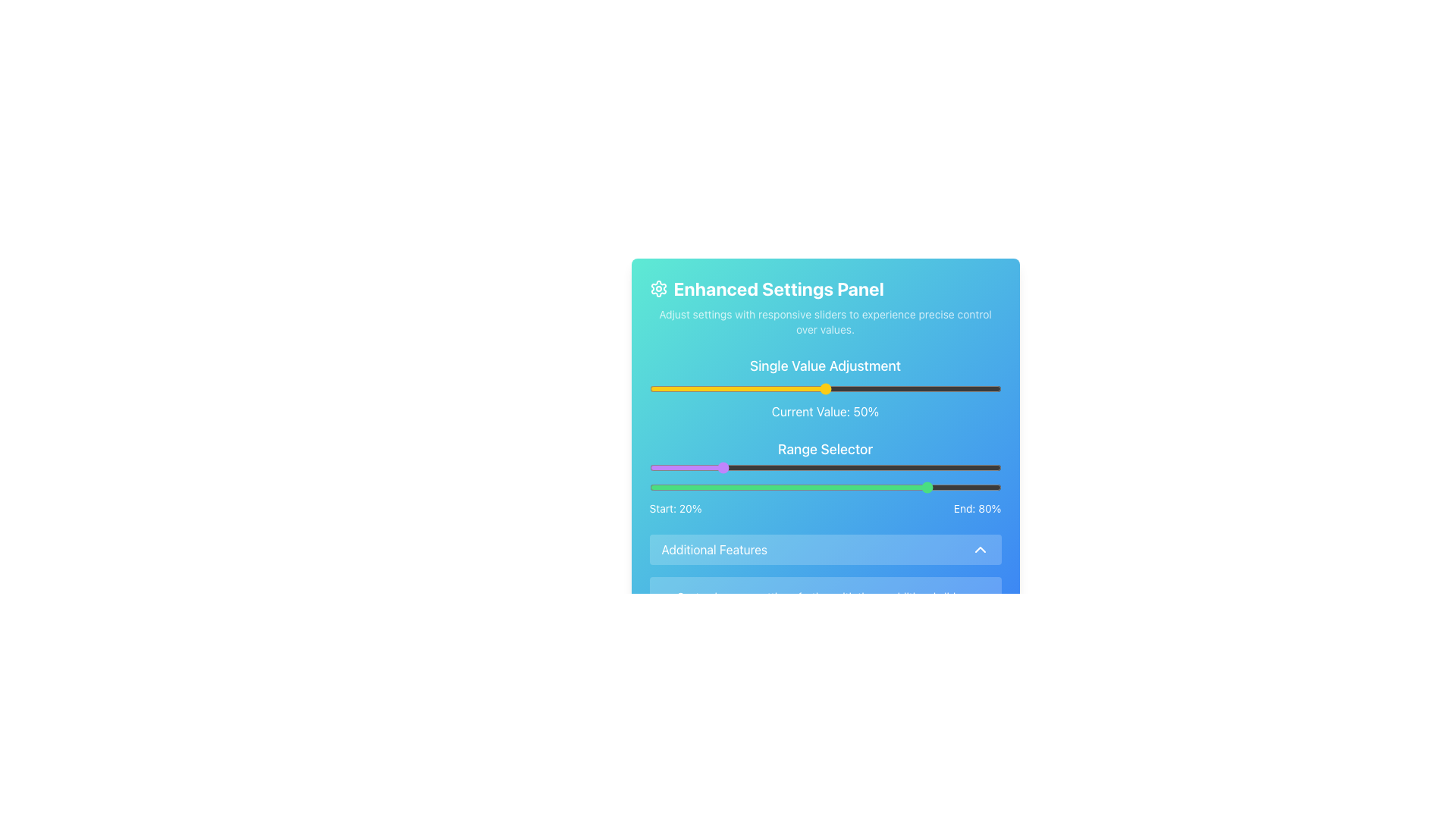 The image size is (1456, 819). Describe the element at coordinates (874, 467) in the screenshot. I see `the range selector sliders` at that location.